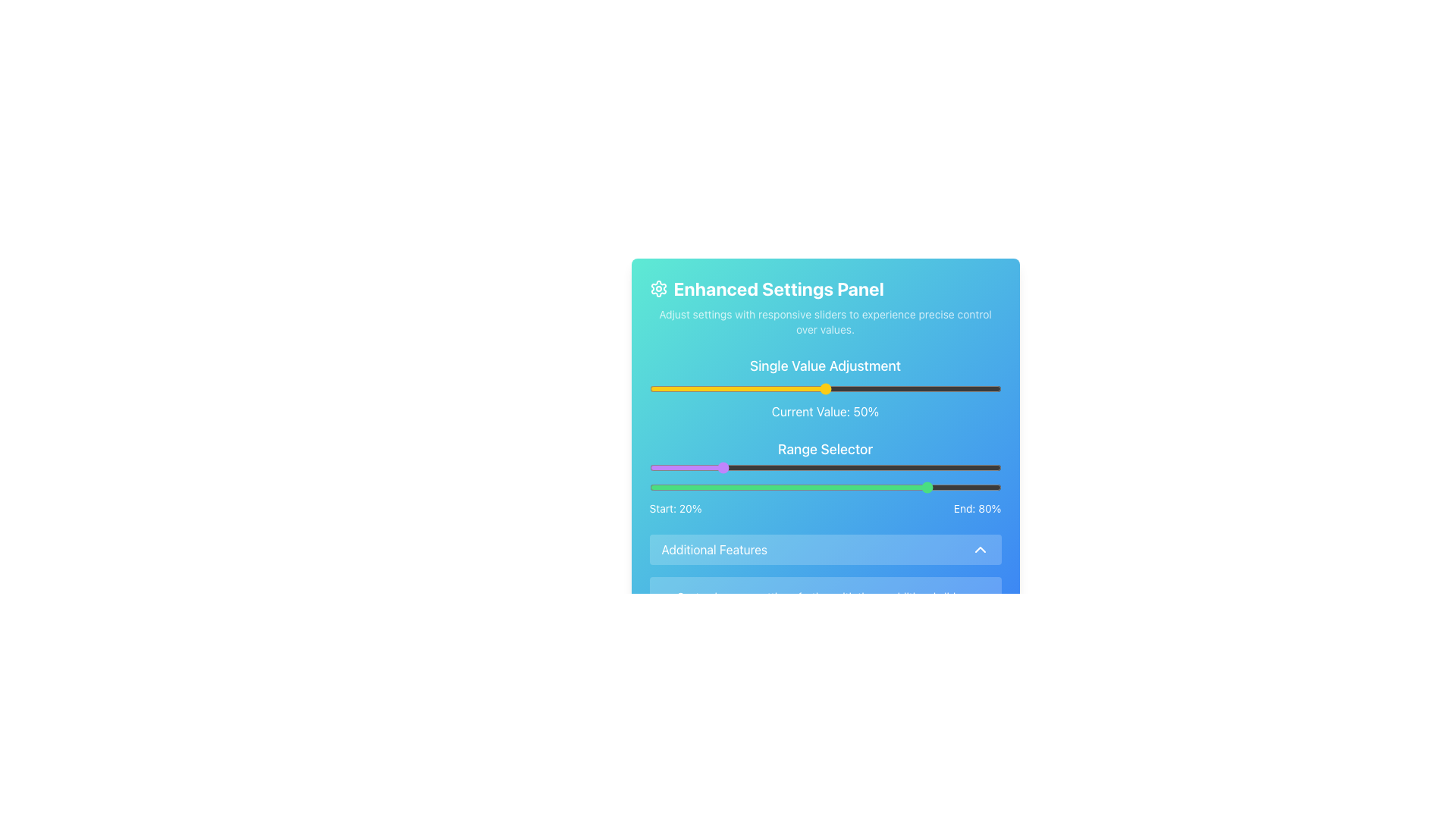 The image size is (1456, 819). Describe the element at coordinates (874, 467) in the screenshot. I see `the range selector sliders` at that location.